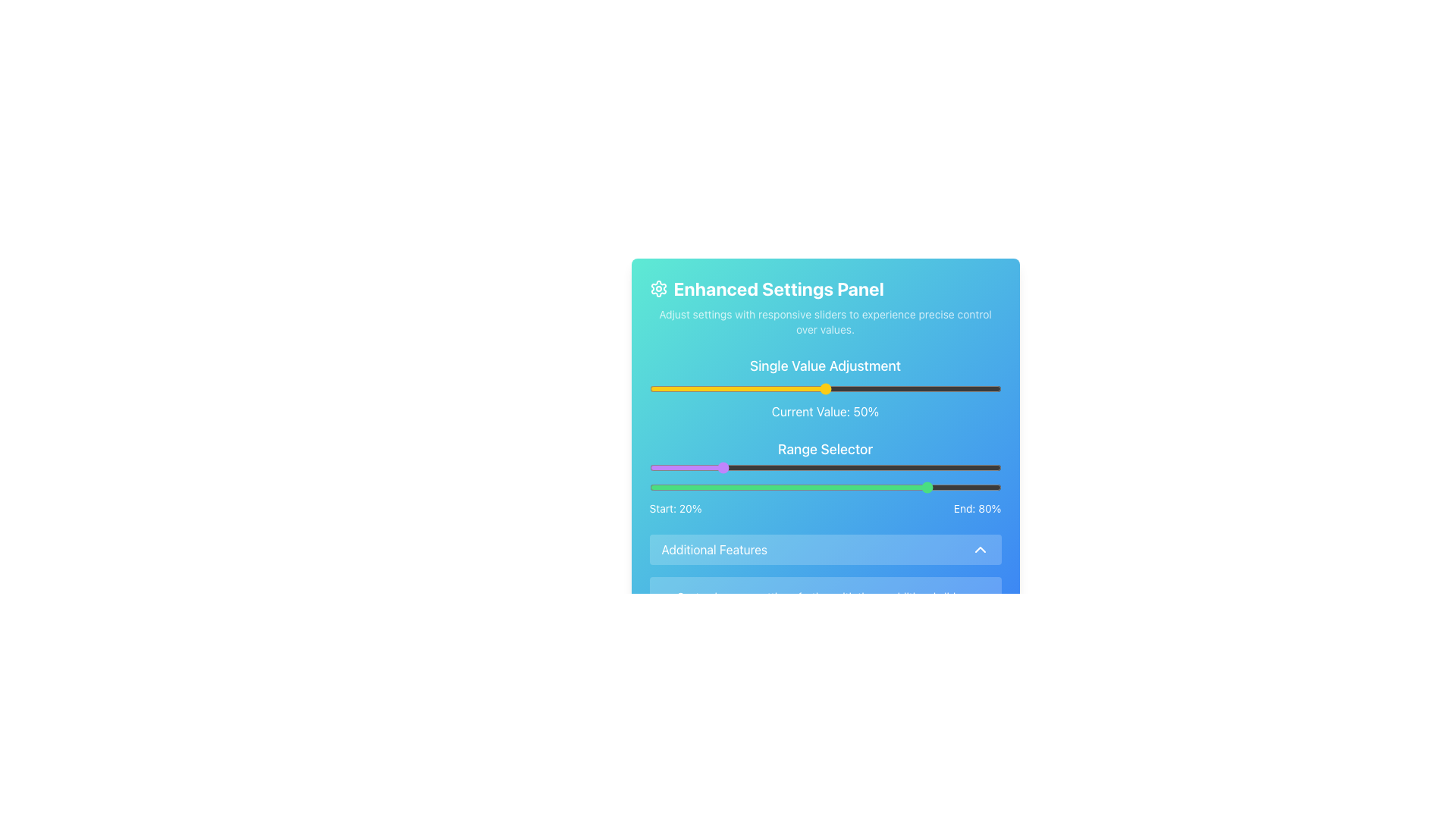 The image size is (1456, 819). Describe the element at coordinates (874, 467) in the screenshot. I see `the range selector sliders` at that location.